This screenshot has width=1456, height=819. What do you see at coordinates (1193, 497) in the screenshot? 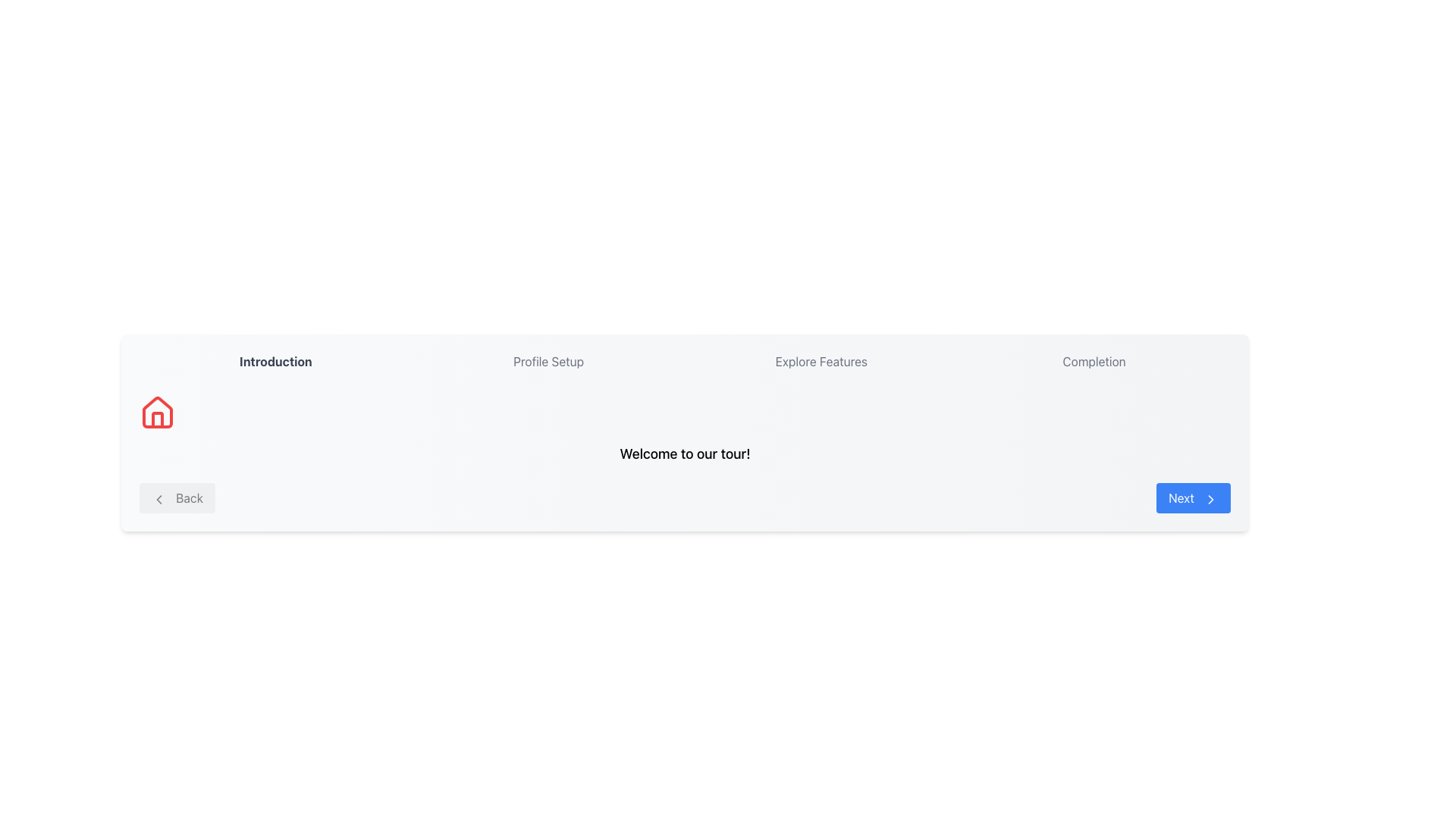
I see `the blue 'Next' button with rounded edges and white text` at bounding box center [1193, 497].